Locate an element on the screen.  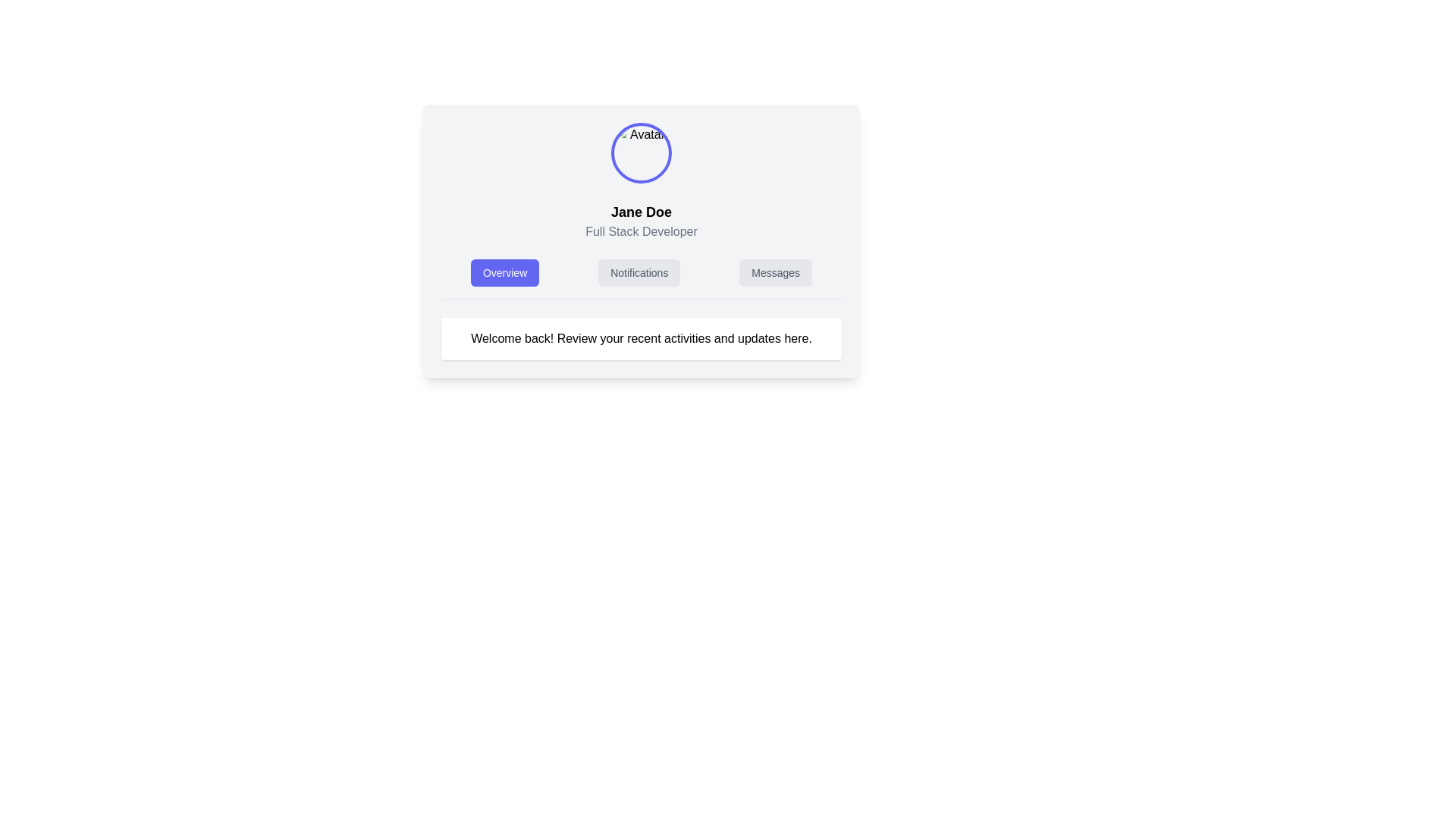
the 'Notifications' button in the navigation bar is located at coordinates (639, 271).